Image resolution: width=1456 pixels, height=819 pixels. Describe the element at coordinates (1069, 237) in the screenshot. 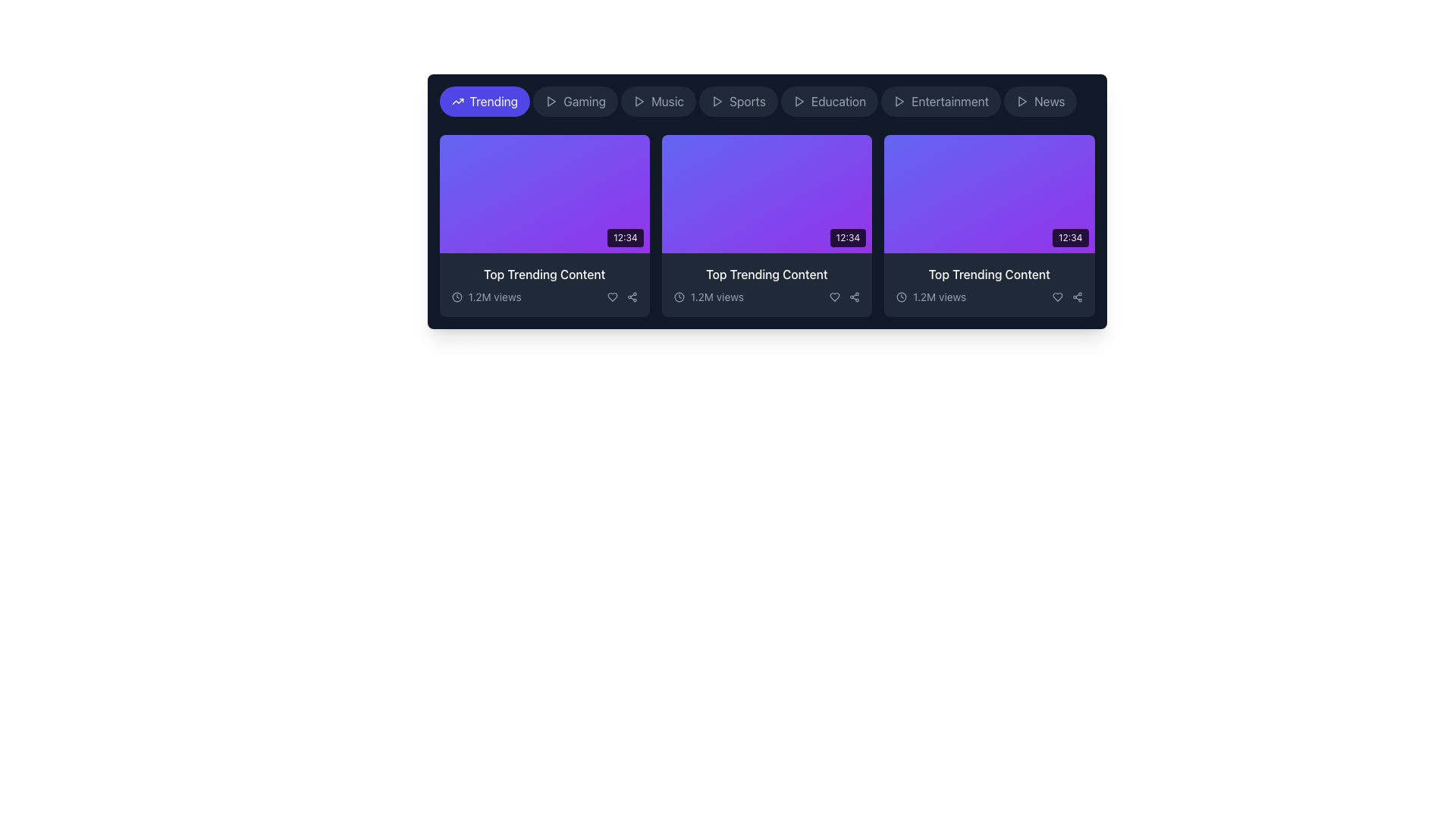

I see `the static label displaying the time '12:34' located in the bottom-right corner of the video thumbnail` at that location.